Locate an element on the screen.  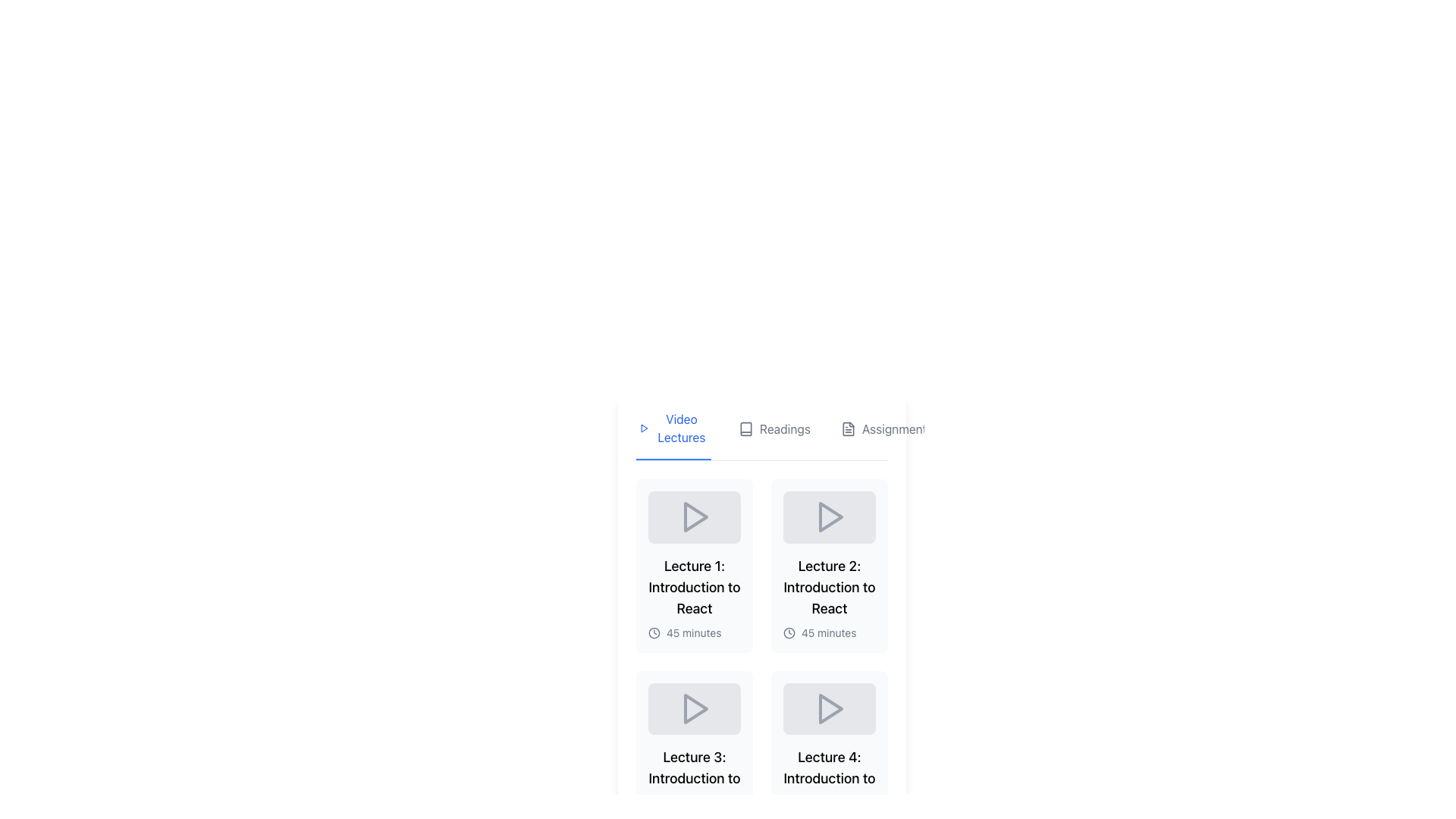
the clickable navigation link element that directs to the assignments section is located at coordinates (886, 435).